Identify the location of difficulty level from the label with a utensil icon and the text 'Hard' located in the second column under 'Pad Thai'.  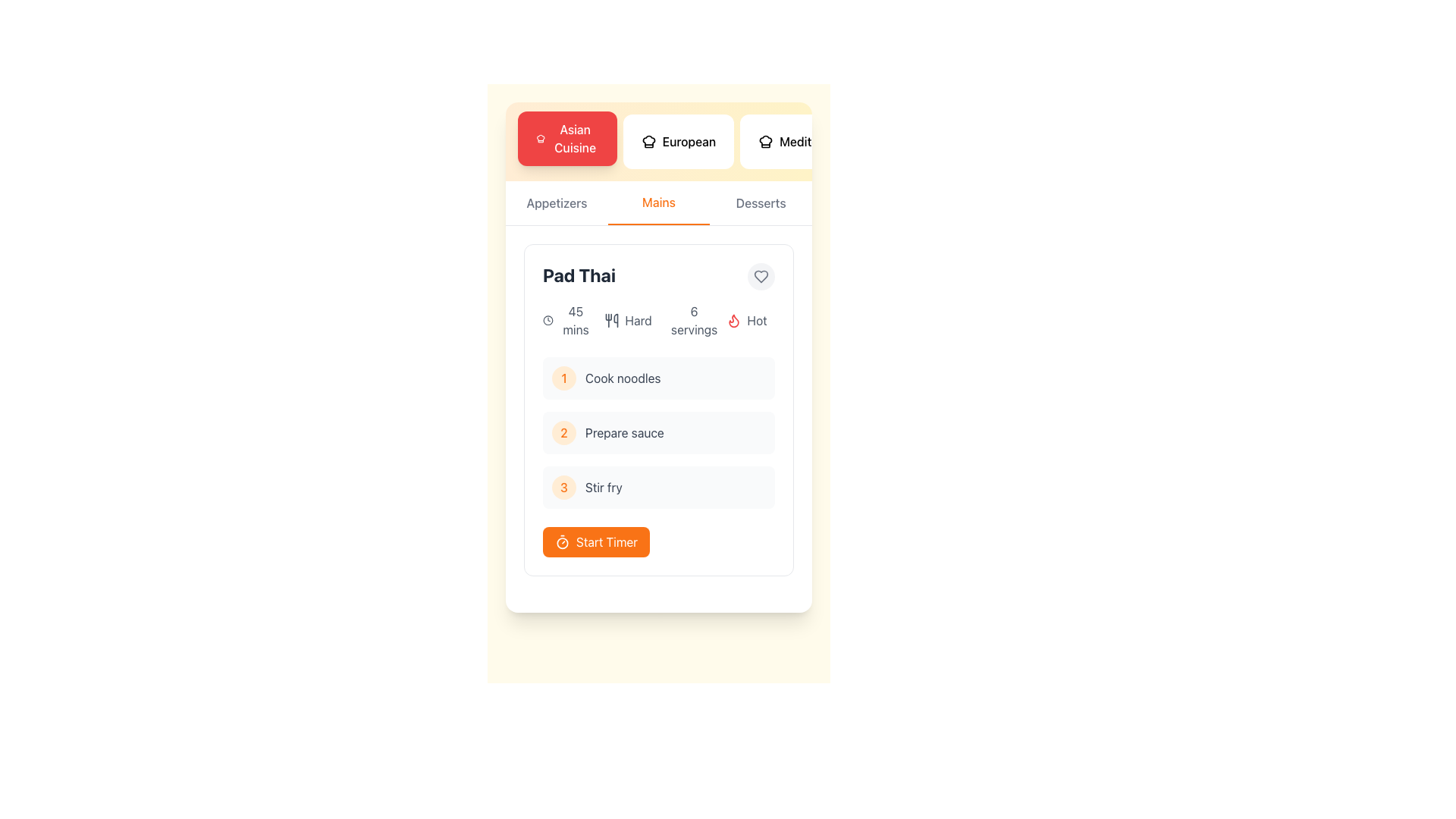
(628, 320).